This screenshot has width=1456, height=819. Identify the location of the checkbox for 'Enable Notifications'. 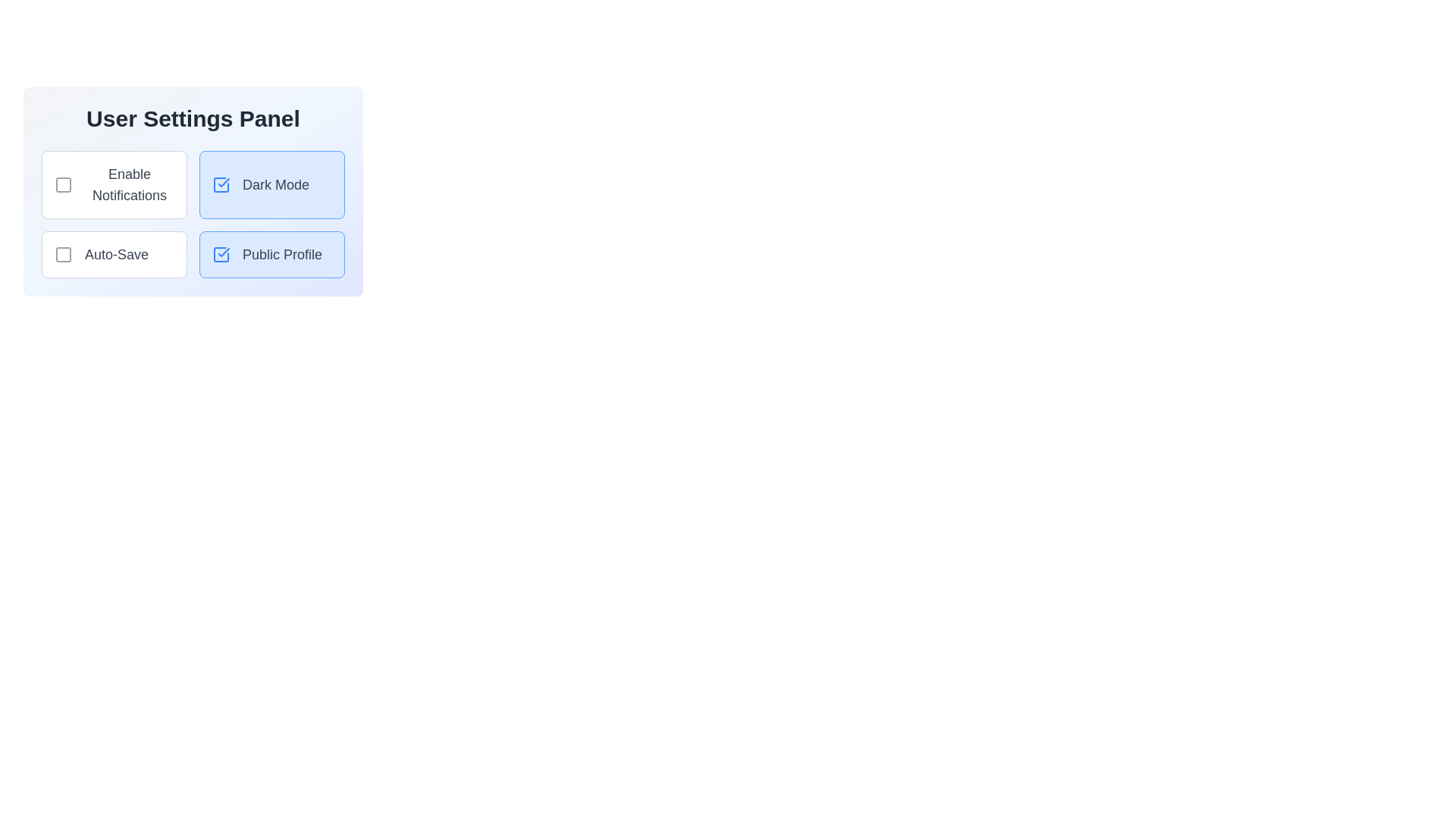
(62, 184).